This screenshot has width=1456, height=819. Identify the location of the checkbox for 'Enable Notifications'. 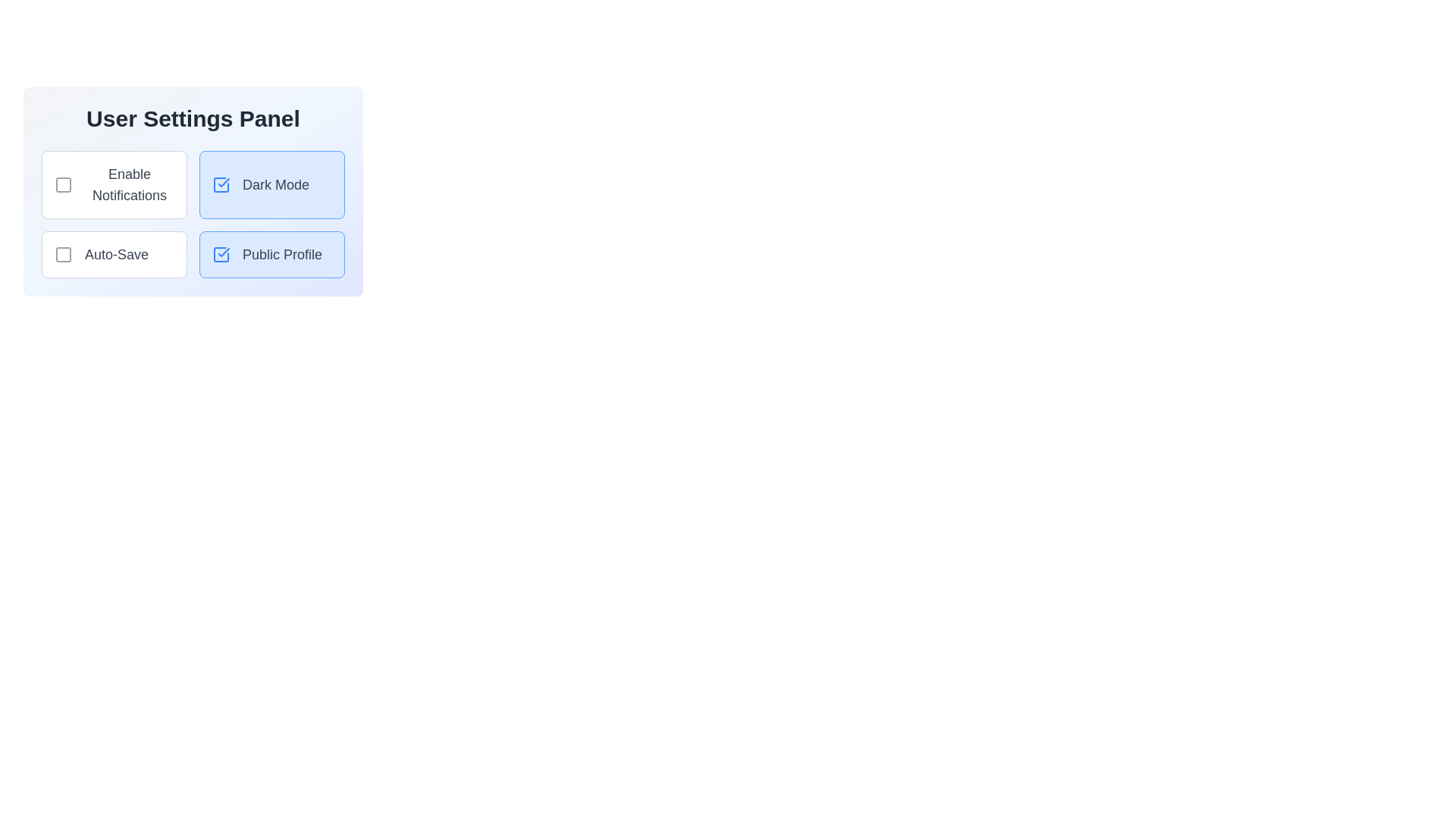
(62, 184).